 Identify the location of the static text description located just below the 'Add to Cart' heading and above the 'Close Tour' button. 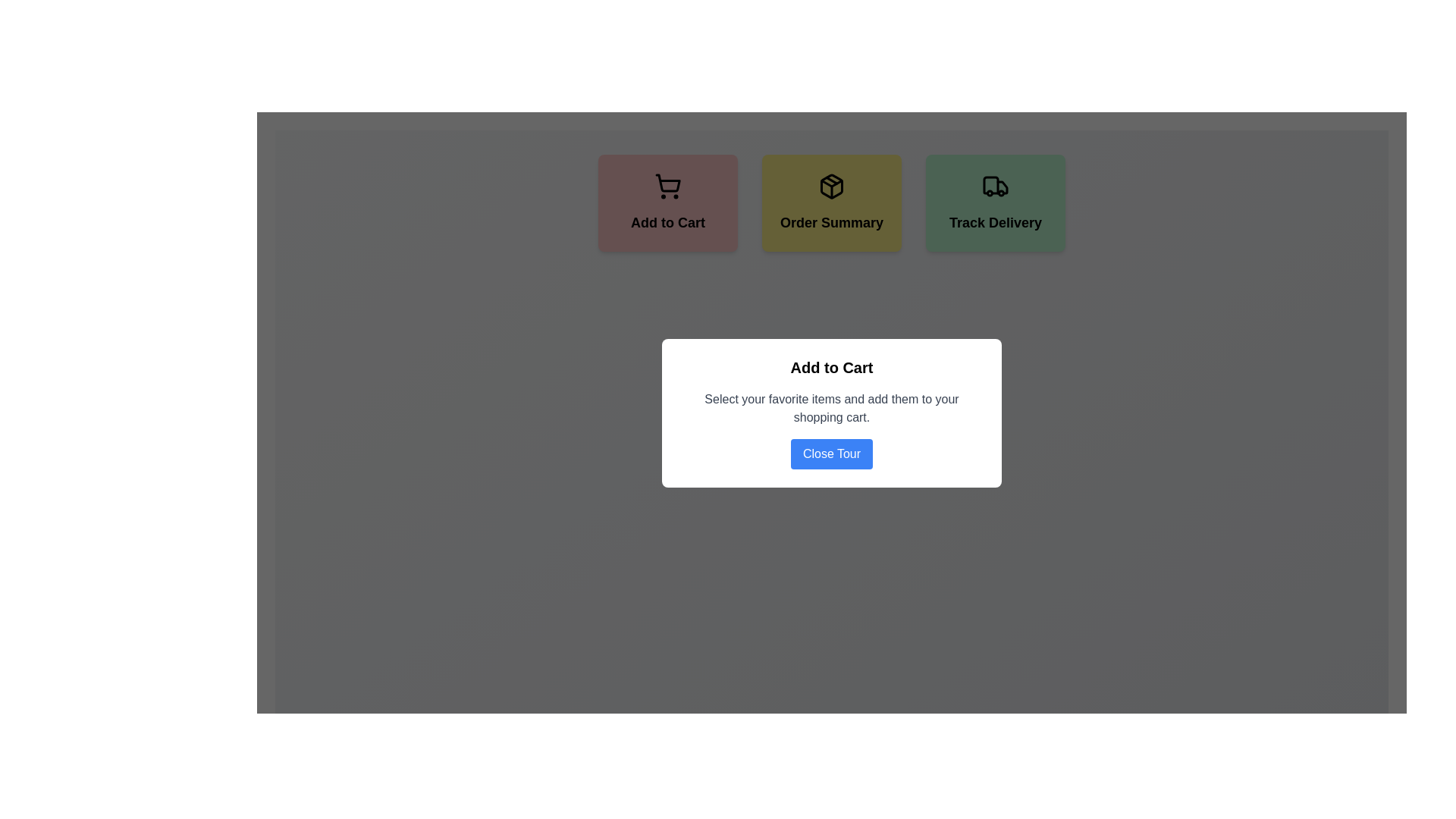
(831, 407).